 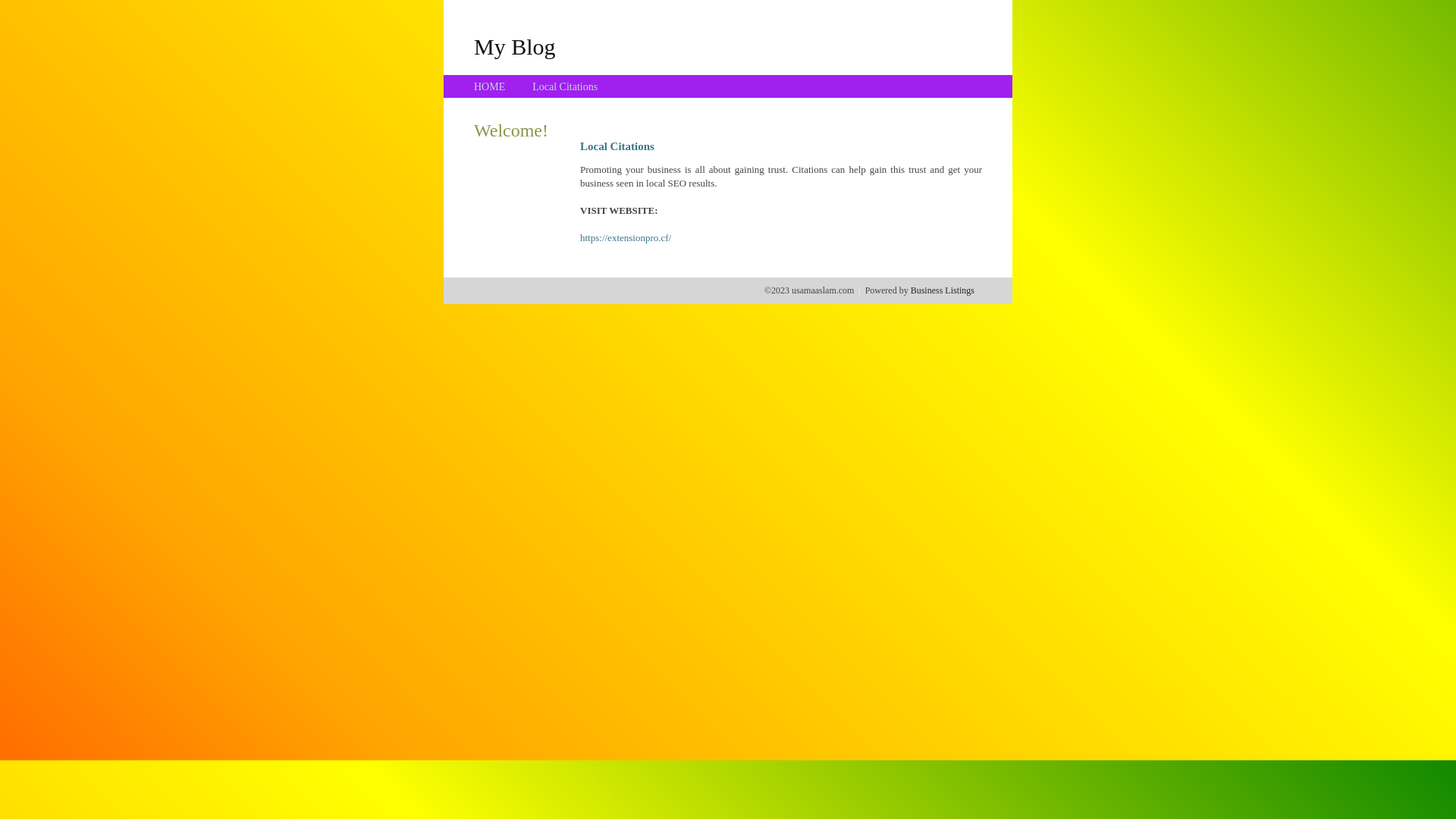 I want to click on 'Business Listings', so click(x=942, y=290).